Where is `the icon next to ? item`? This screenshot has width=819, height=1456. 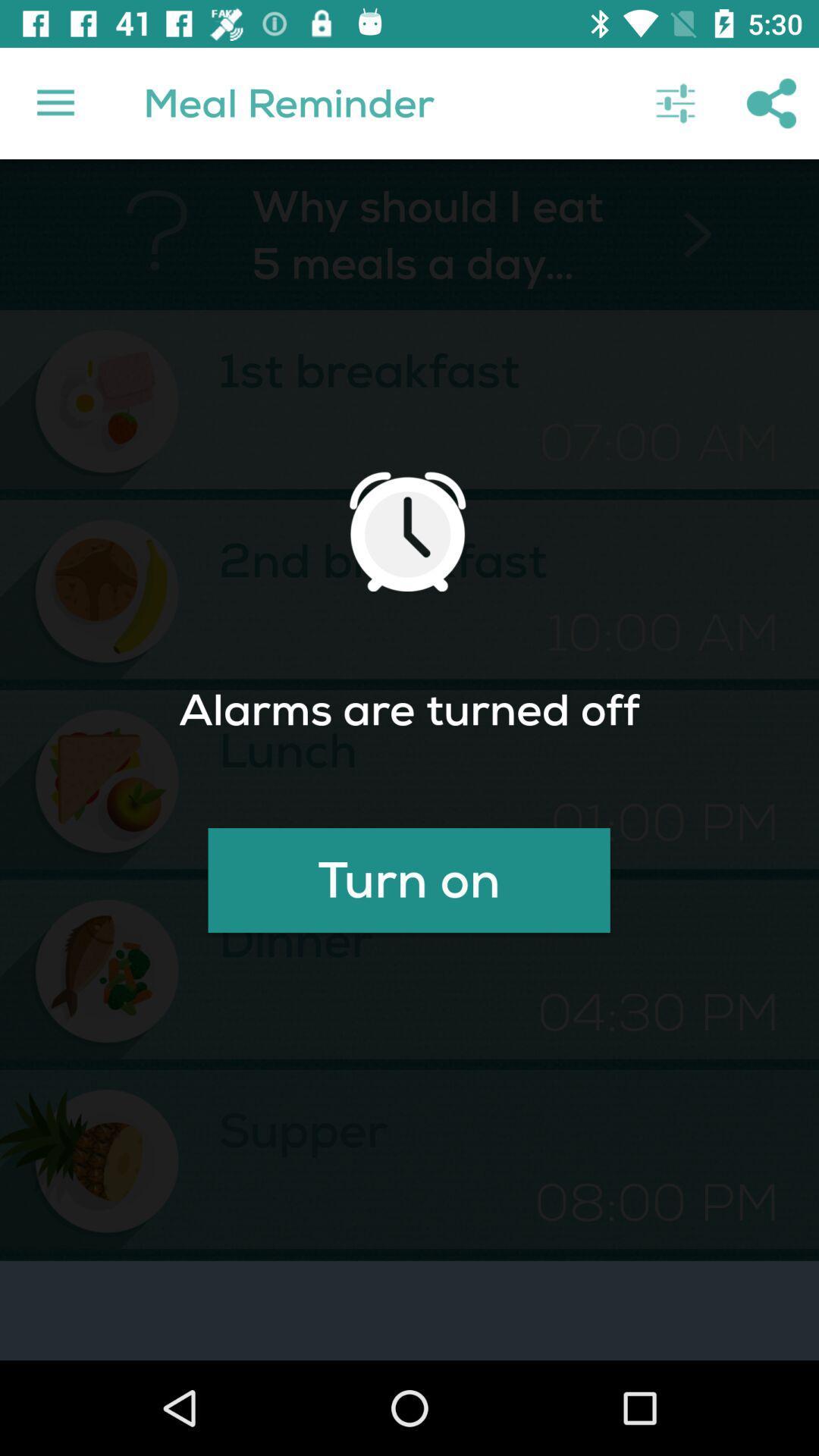 the icon next to ? item is located at coordinates (55, 102).